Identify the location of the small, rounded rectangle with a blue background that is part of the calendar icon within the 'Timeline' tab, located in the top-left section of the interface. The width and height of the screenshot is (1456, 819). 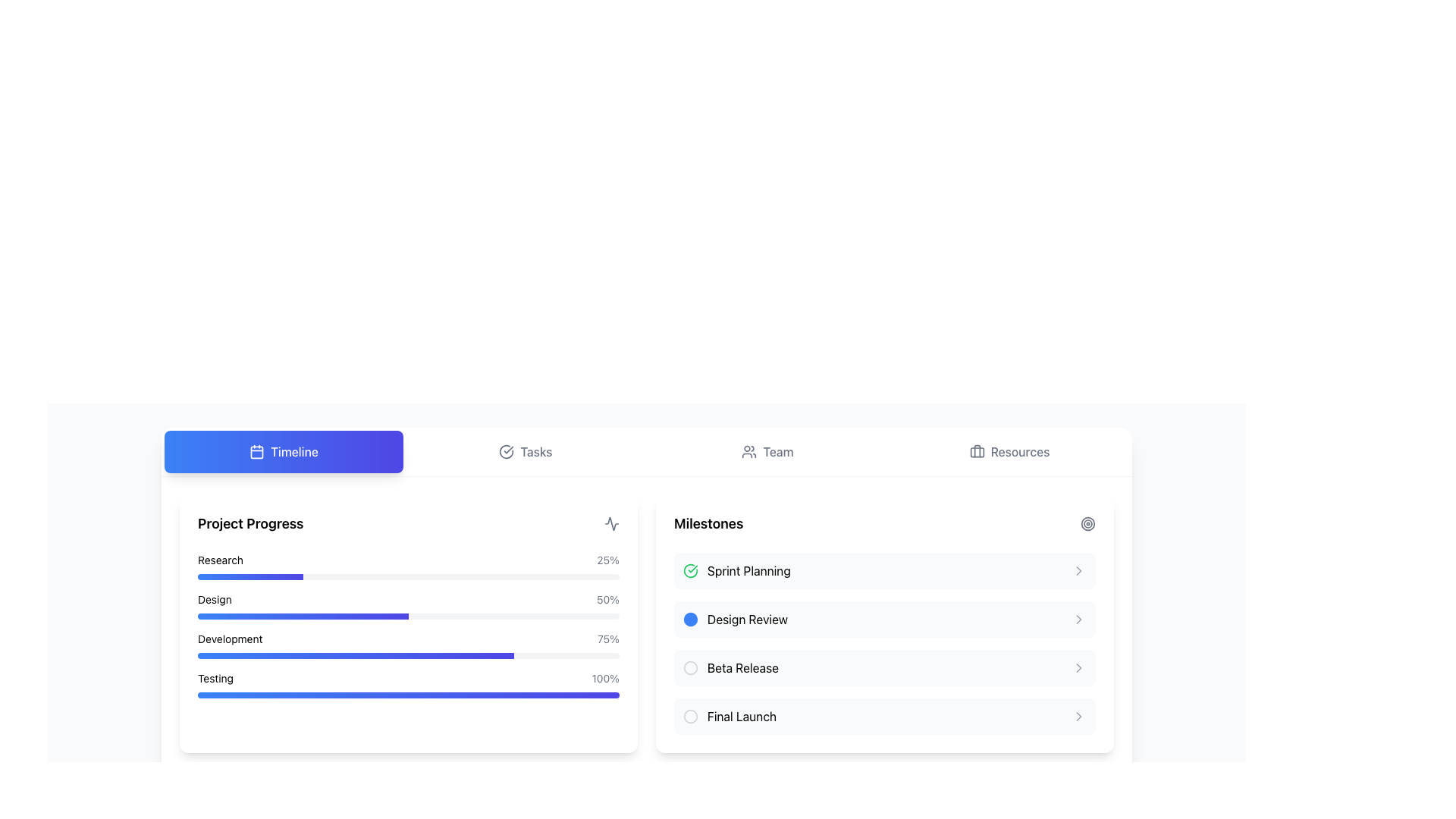
(257, 451).